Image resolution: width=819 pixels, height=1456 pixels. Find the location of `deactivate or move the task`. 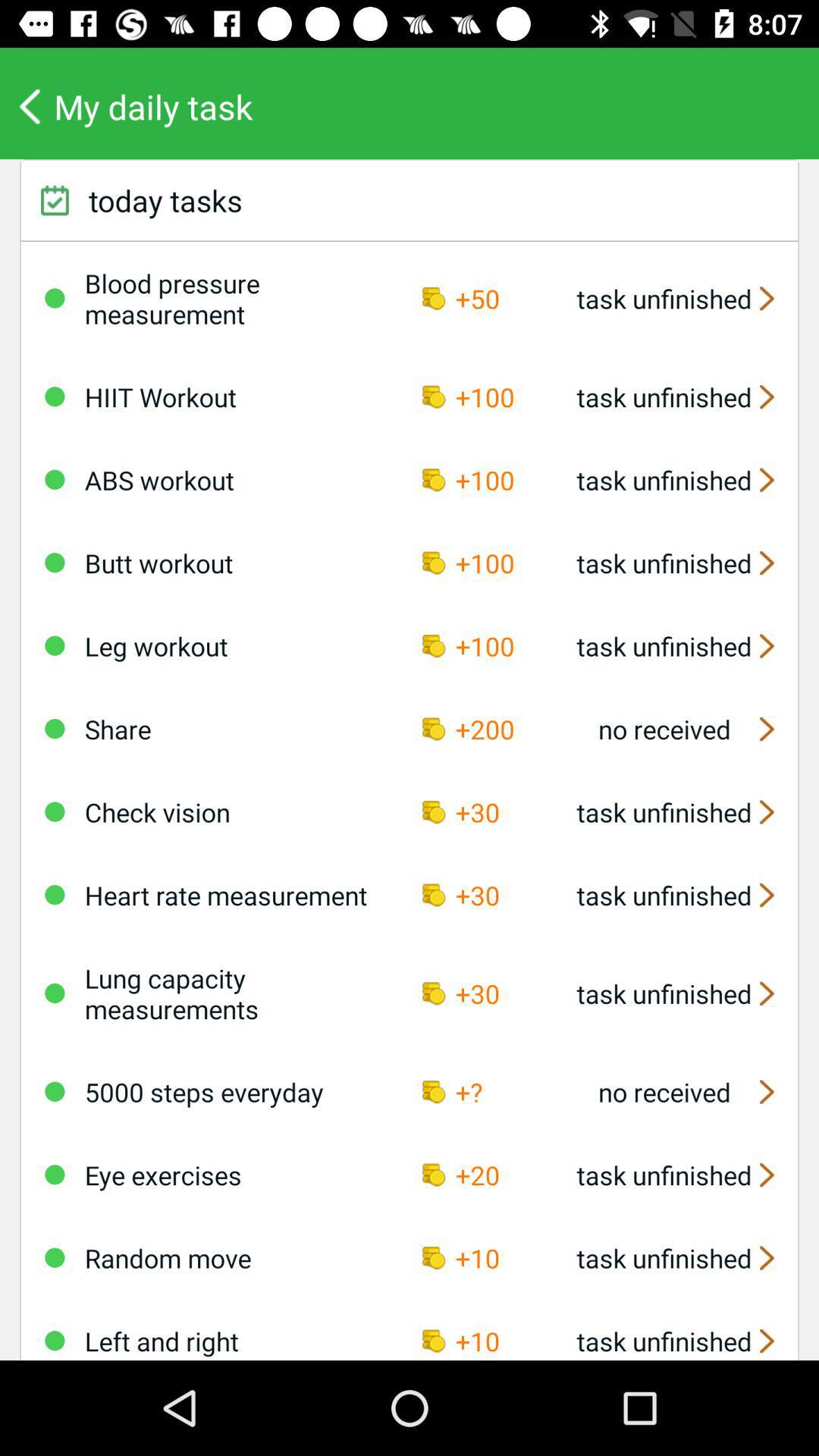

deactivate or move the task is located at coordinates (54, 397).